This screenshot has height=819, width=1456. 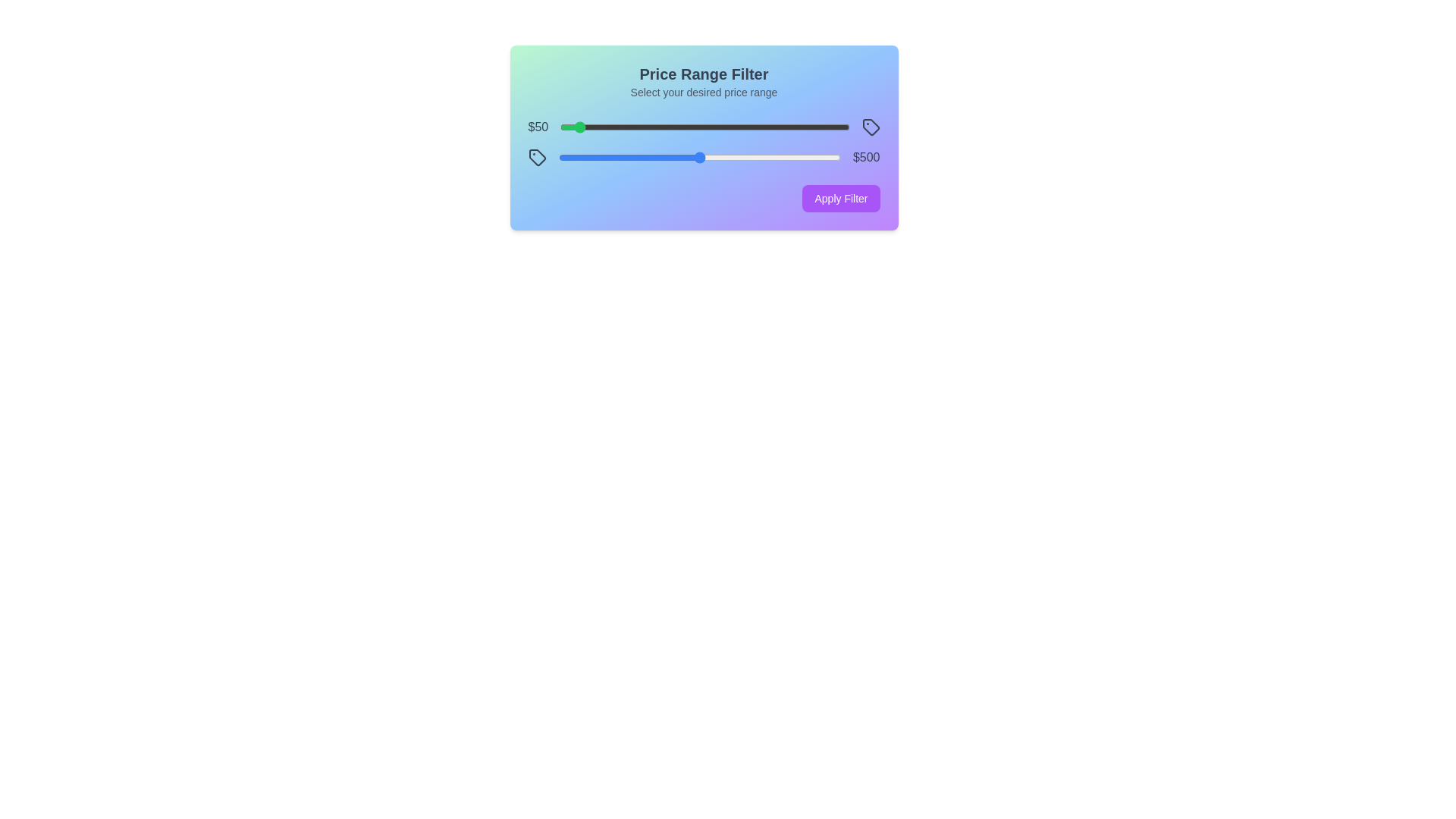 I want to click on the maximum price slider to 589, so click(x=723, y=158).